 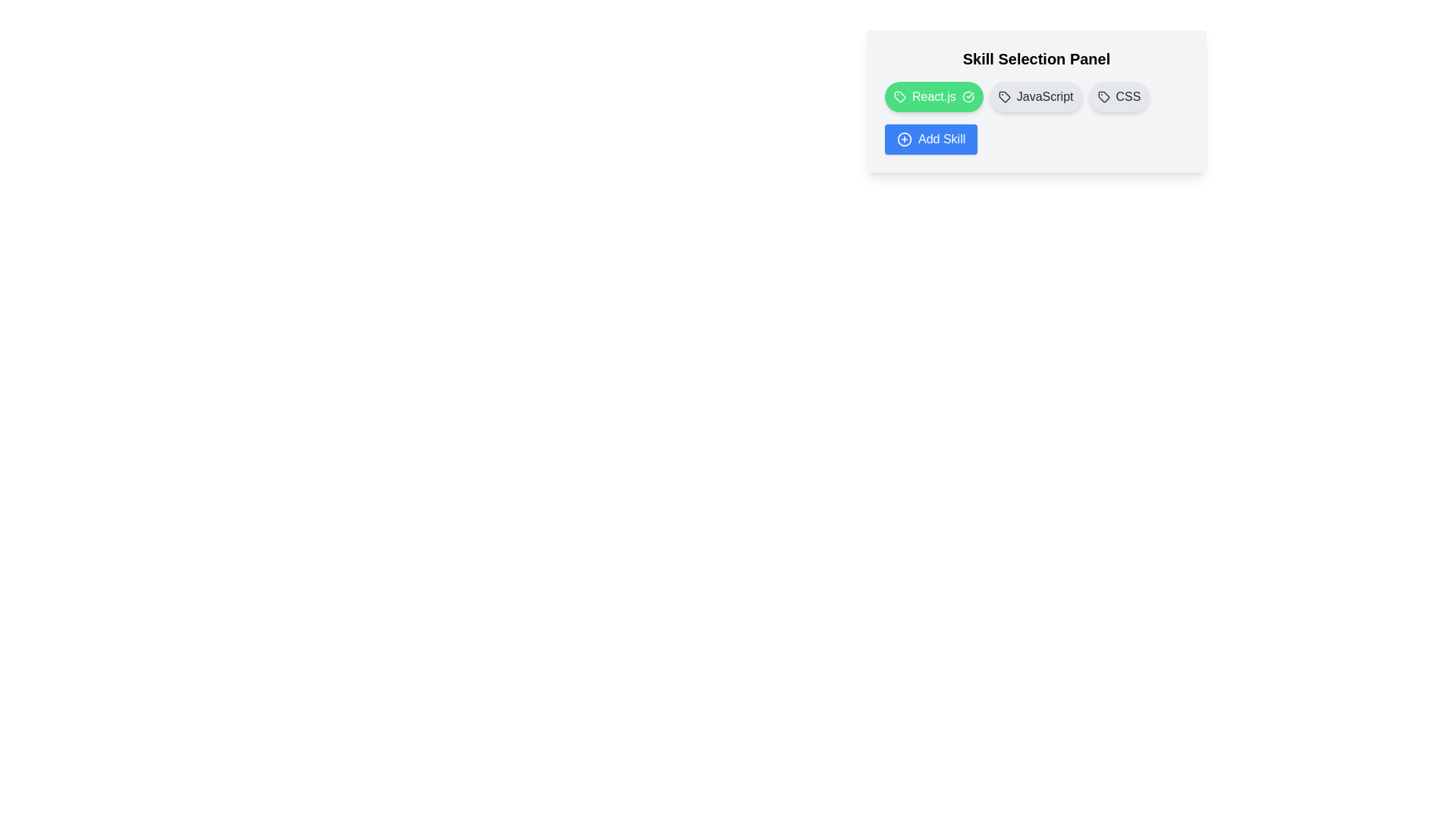 I want to click on tag icon element within the skill badge interface for 'React.js', which is a vector graphic with a light stroke color and no fill, located in the top-left quadrant of the skill selection panel, so click(x=899, y=96).